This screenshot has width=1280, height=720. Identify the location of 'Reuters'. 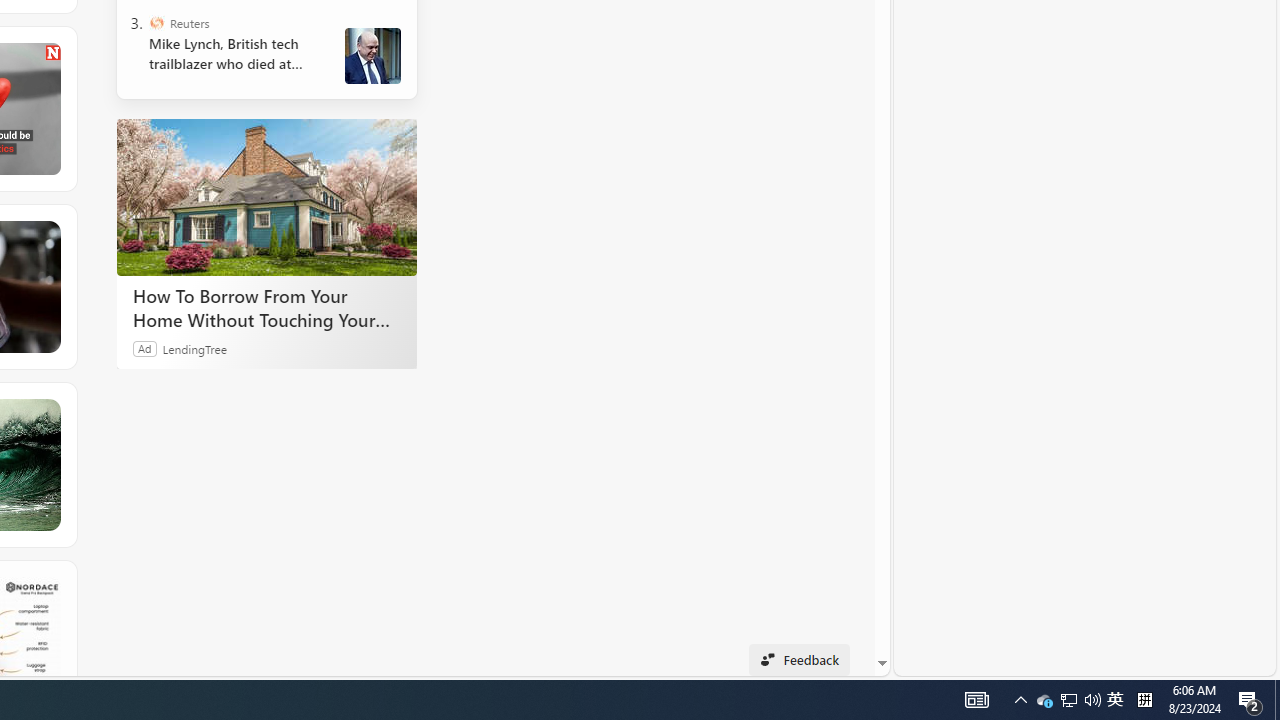
(155, 23).